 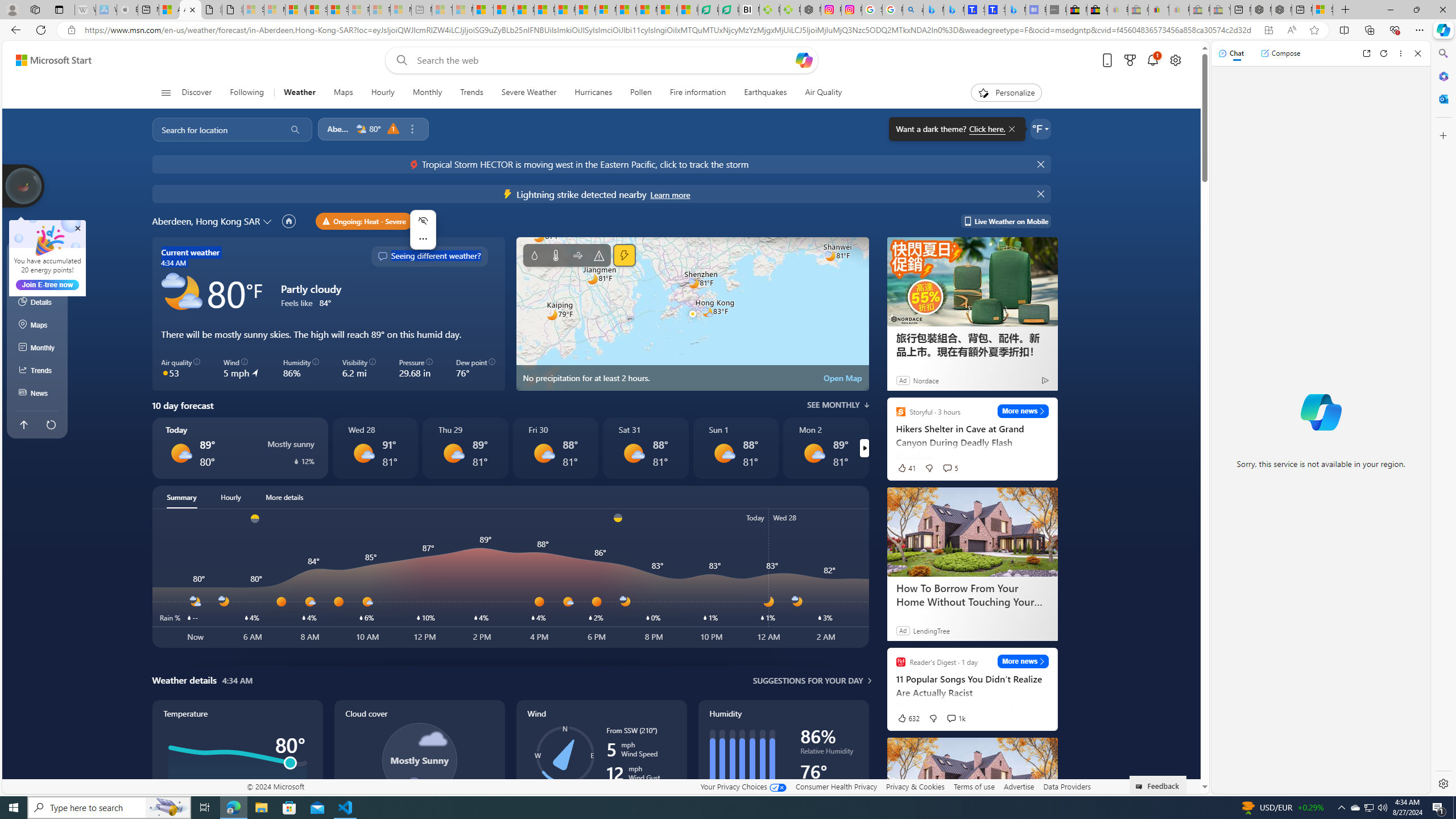 I want to click on 'Open Map', so click(x=842, y=377).